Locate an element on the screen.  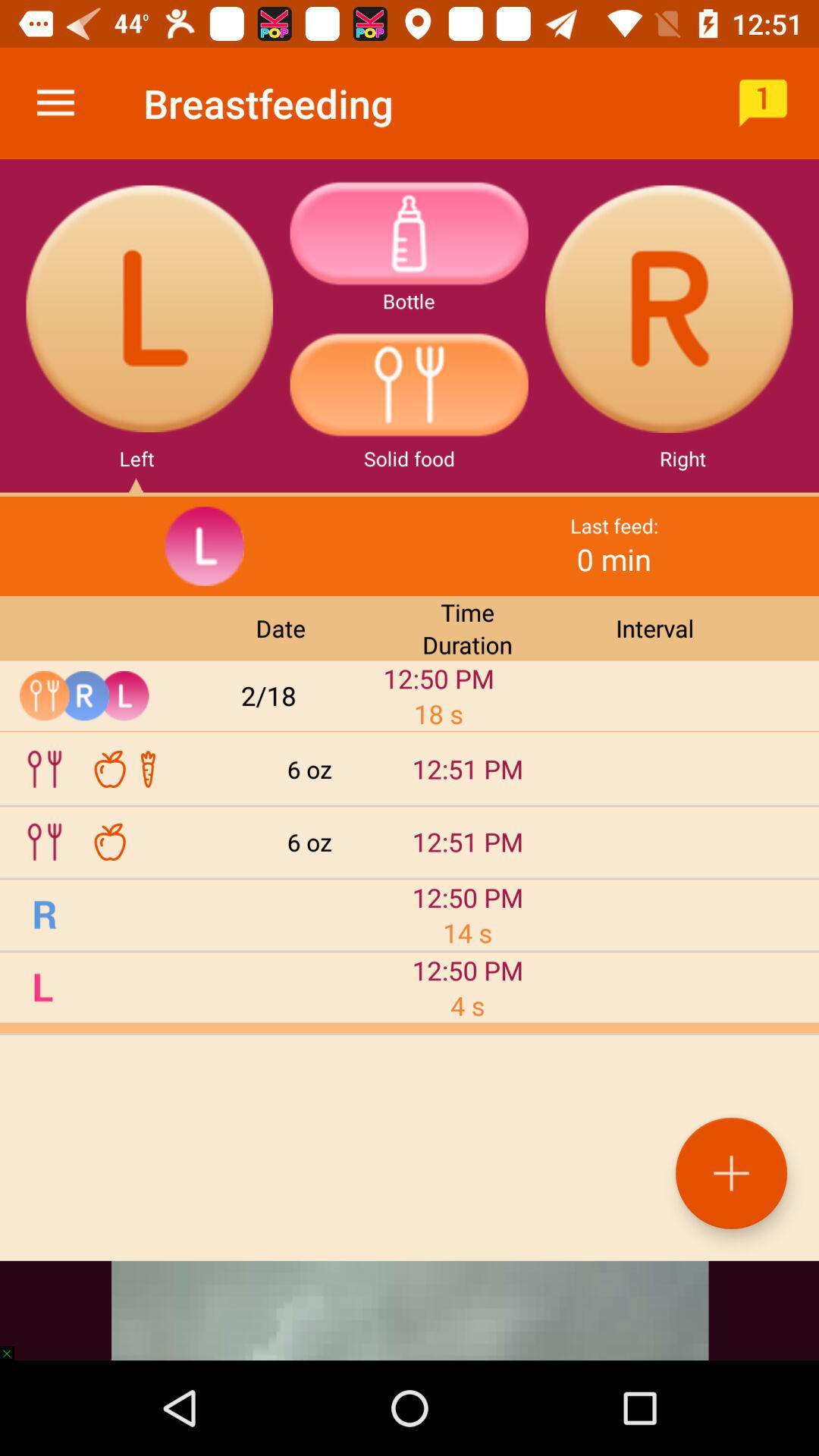
the more icon is located at coordinates (408, 232).